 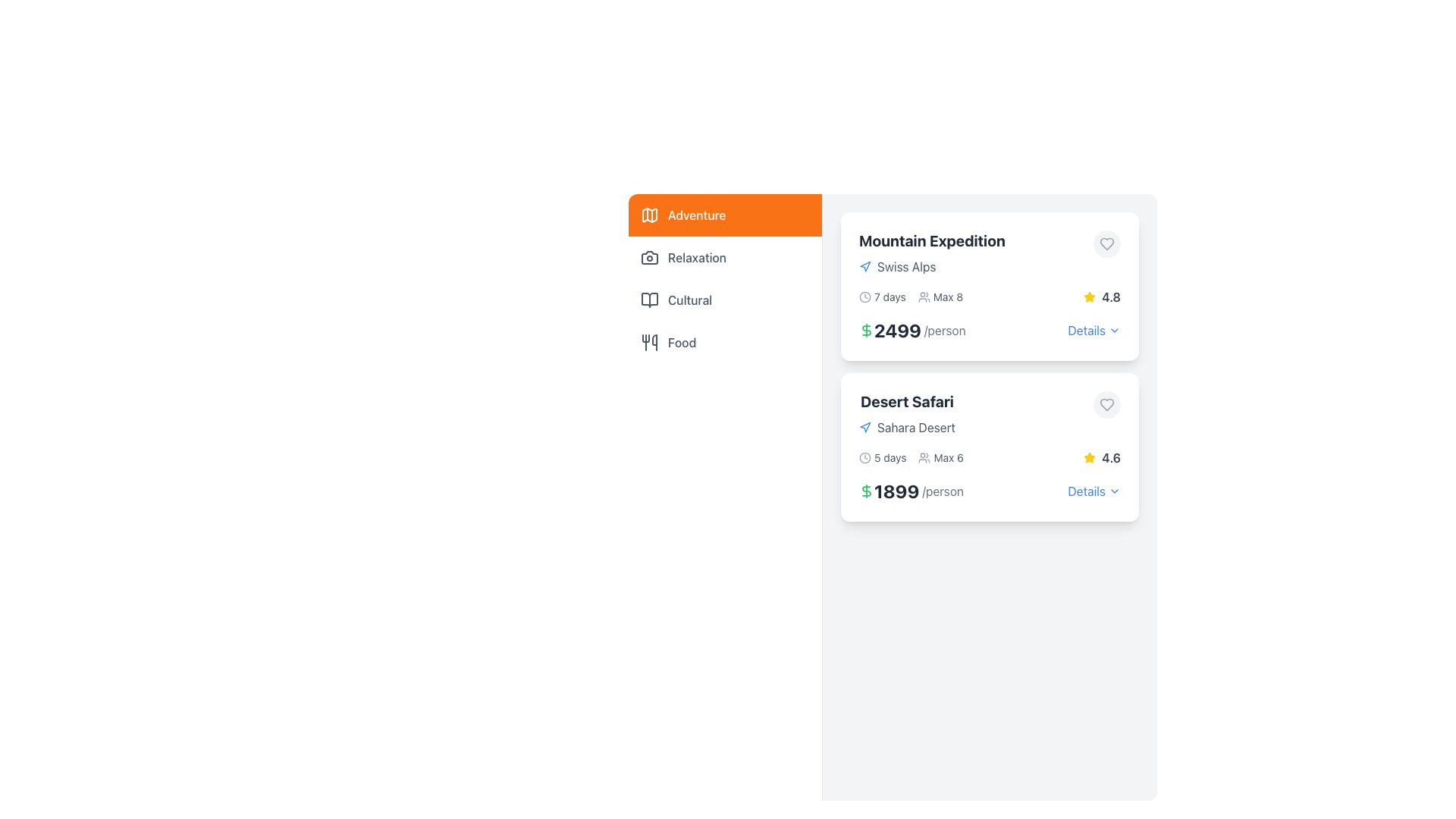 What do you see at coordinates (912, 329) in the screenshot?
I see `text label conveying the cost per individual for the 'Mountain Expedition' activity, located in the upper section of the details panel on the right side of the page` at bounding box center [912, 329].